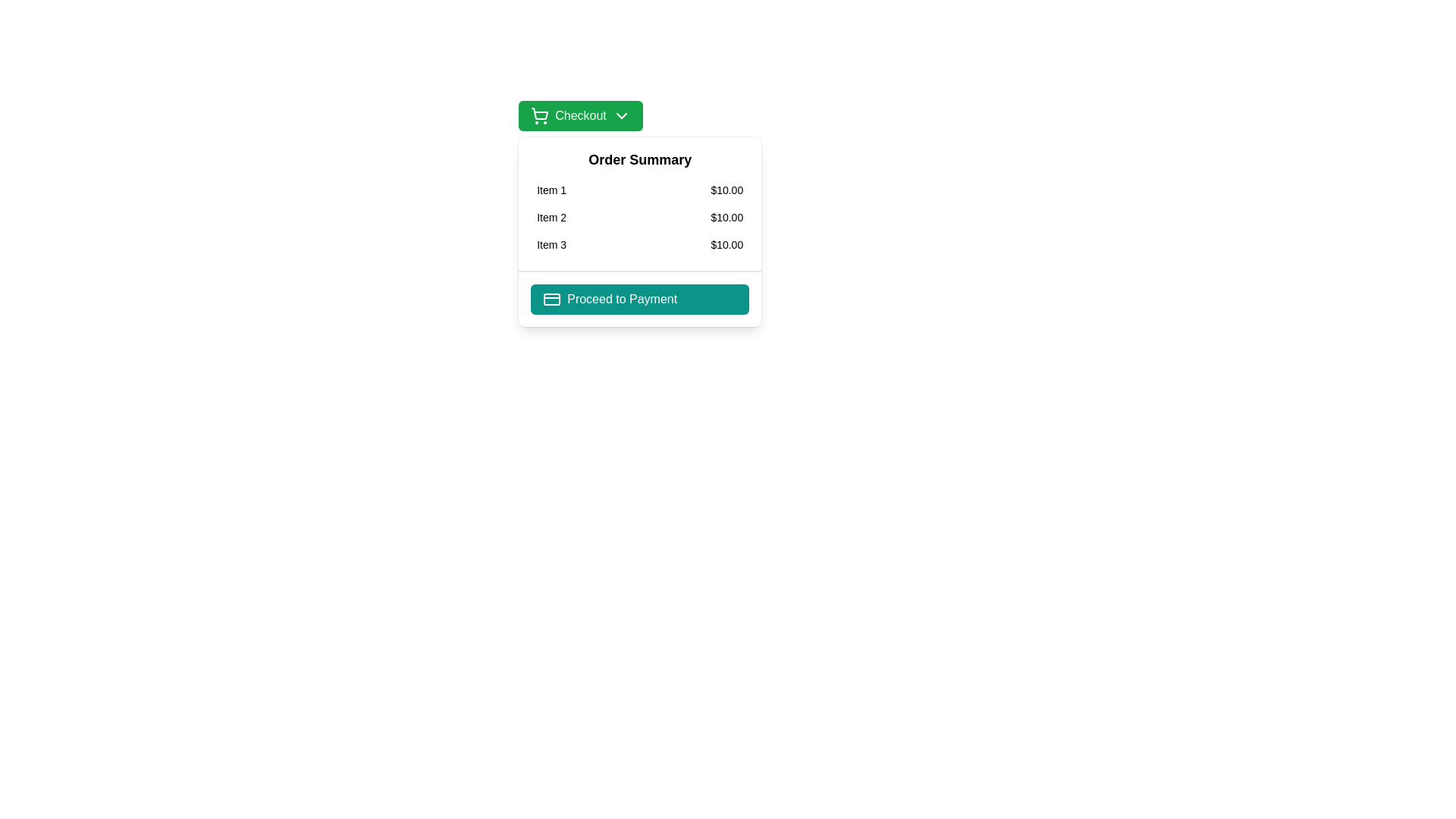  What do you see at coordinates (539, 113) in the screenshot?
I see `the shopping cart icon, which is a thin outline in a green interface, located within the green 'Checkout' button at the top-left of the interface` at bounding box center [539, 113].